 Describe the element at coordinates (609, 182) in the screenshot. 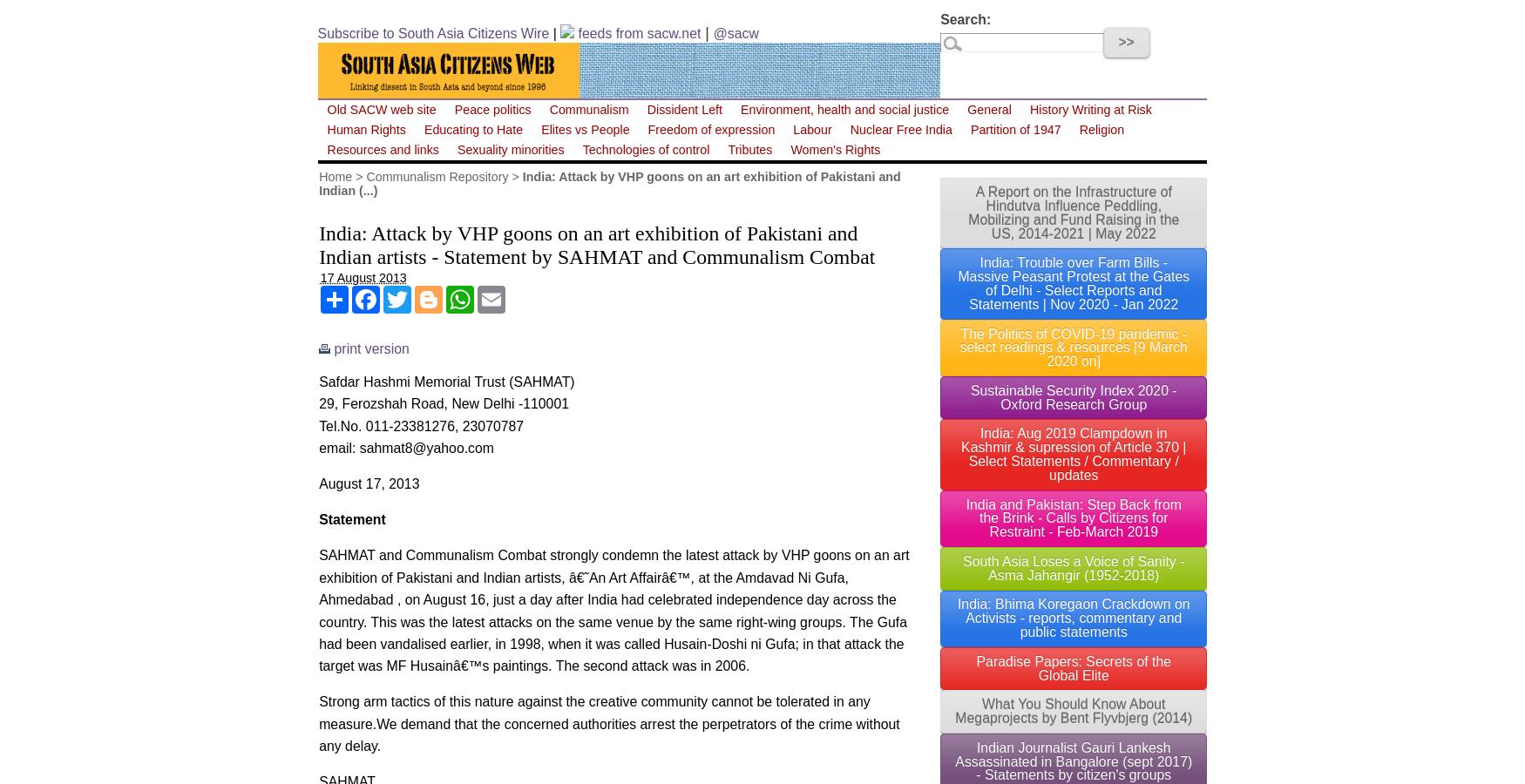

I see `'India: Attack by VHP goons on an art exhibition of Pakistani and Indian (...)'` at that location.